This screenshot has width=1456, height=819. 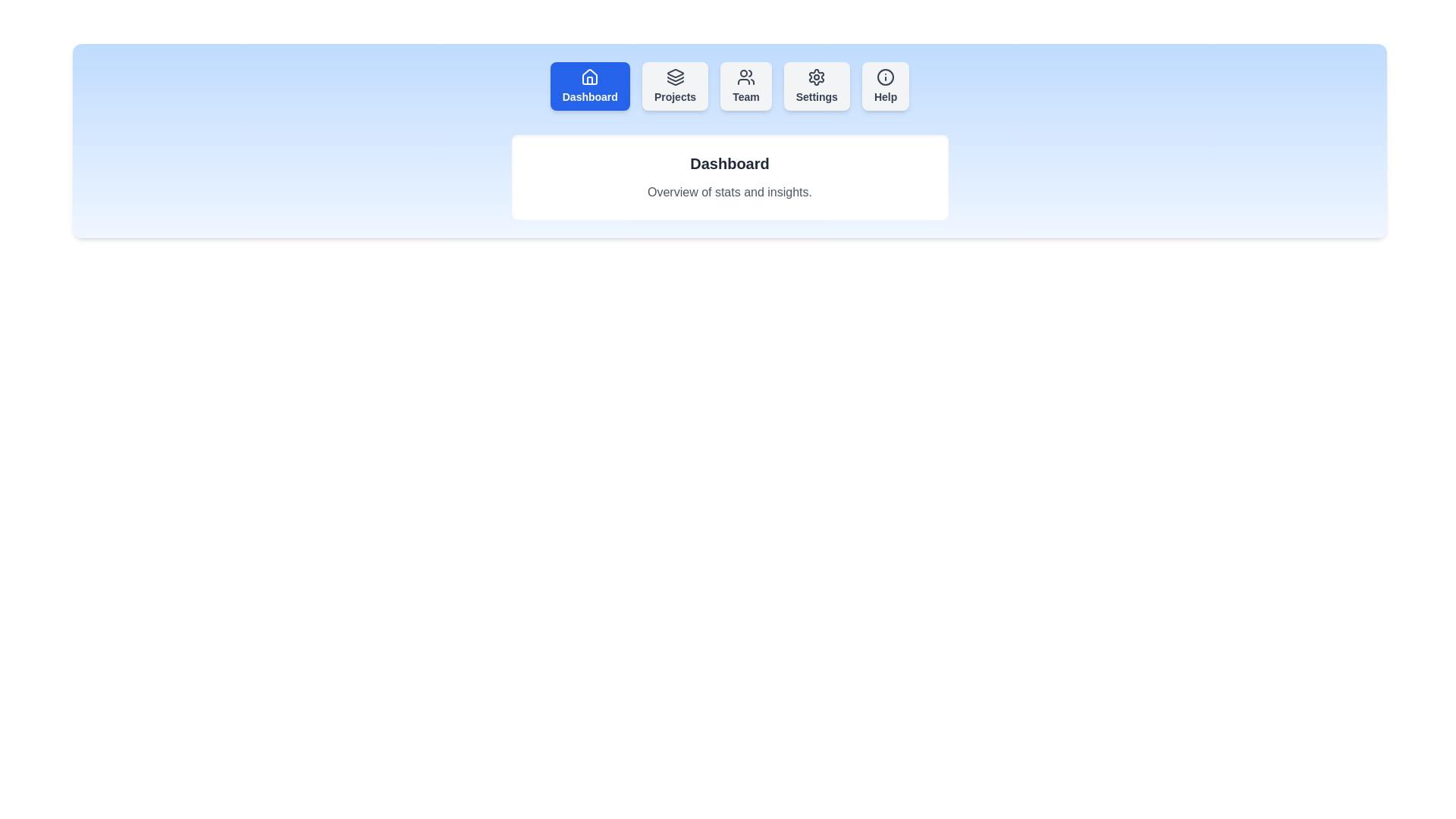 I want to click on the tab labeled Team, so click(x=745, y=86).